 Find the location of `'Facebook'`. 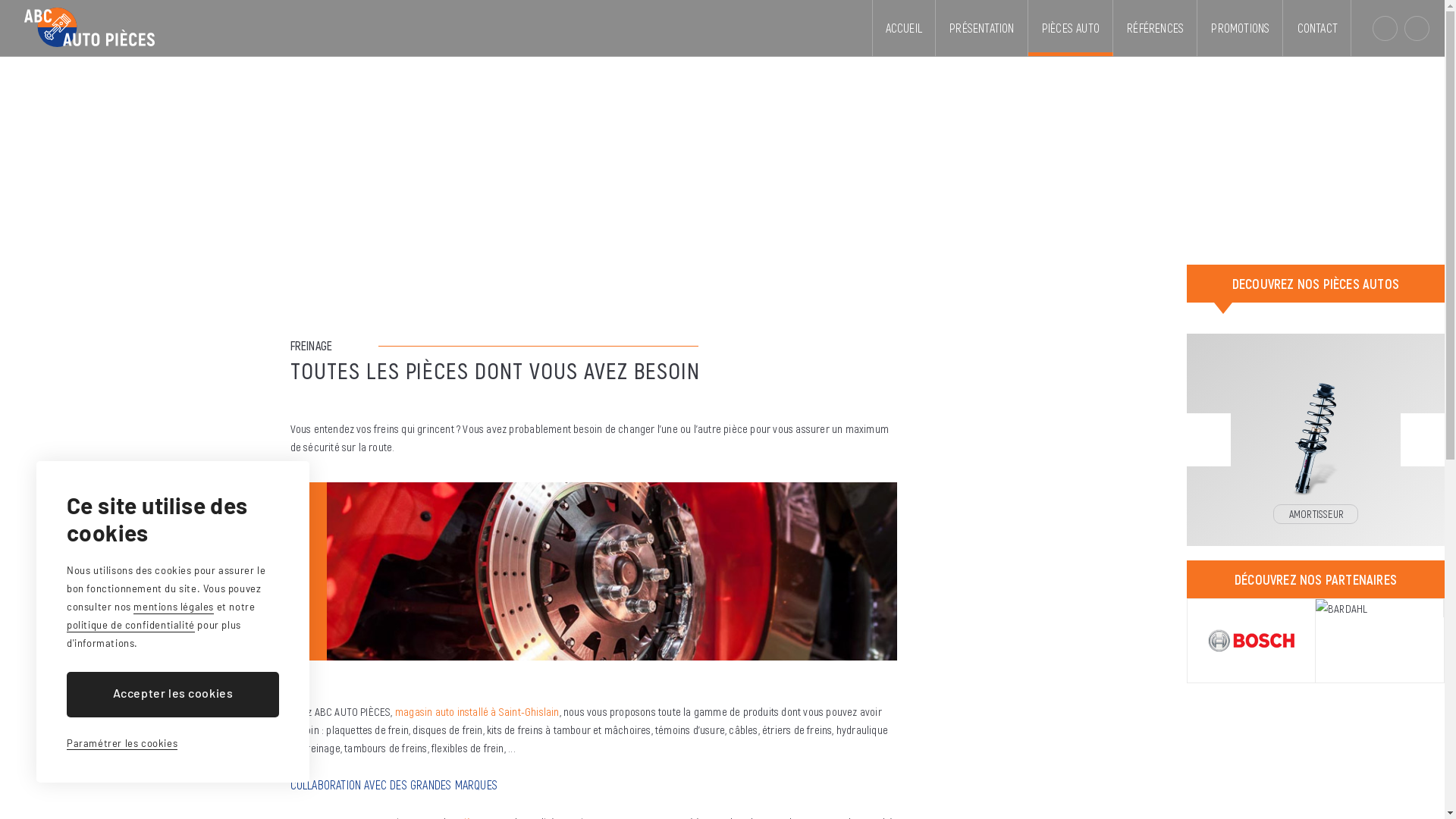

'Facebook' is located at coordinates (1404, 28).